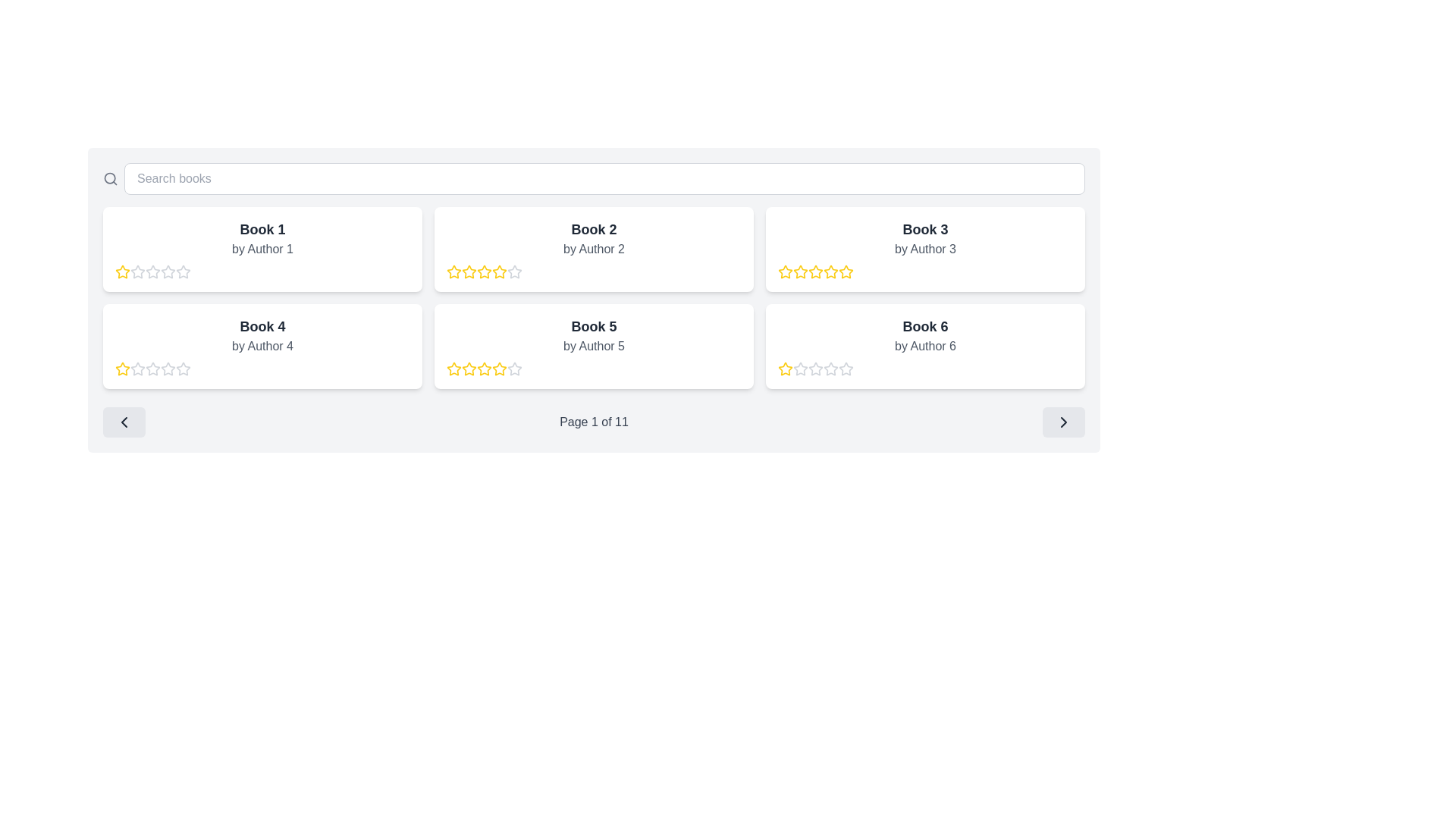 The width and height of the screenshot is (1456, 819). Describe the element at coordinates (785, 369) in the screenshot. I see `the first star-shaped rating icon with a yellow outline and hollow center located below Book 6 by Author 6 to rate it` at that location.